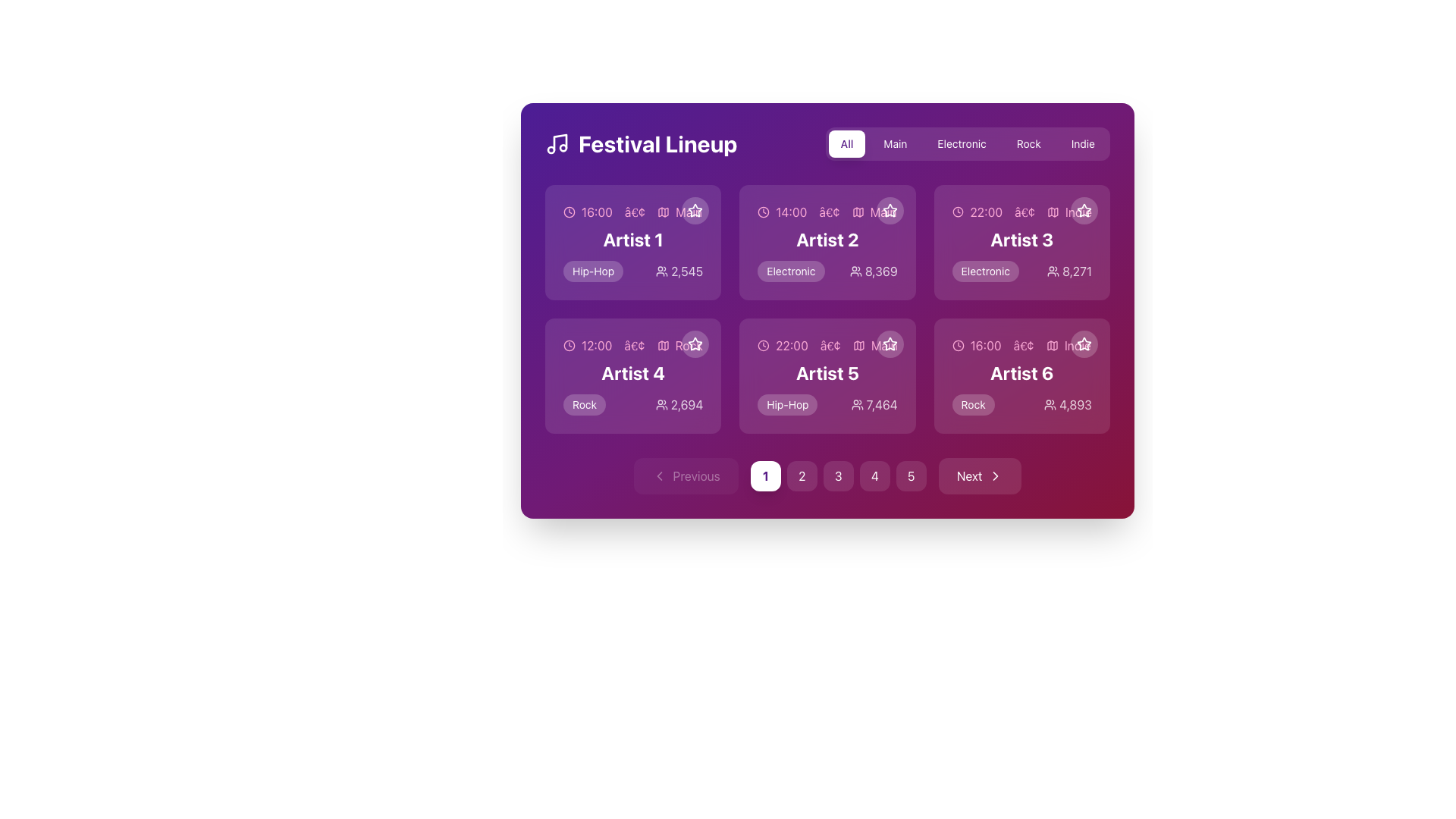  Describe the element at coordinates (695, 344) in the screenshot. I see `the star icon for marking or favoriting the content associated with 'Artist 4'` at that location.